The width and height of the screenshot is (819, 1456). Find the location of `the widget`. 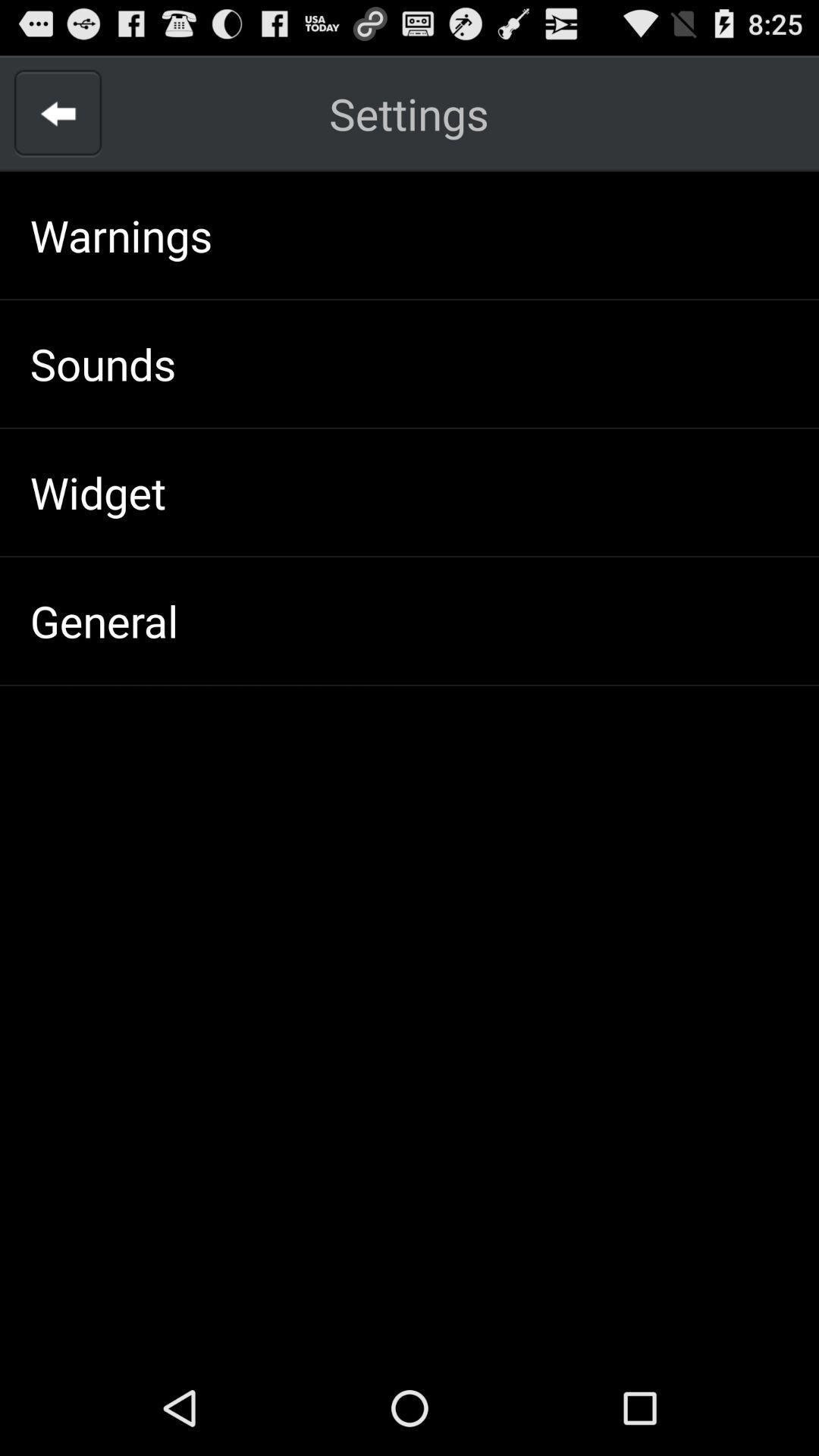

the widget is located at coordinates (98, 492).